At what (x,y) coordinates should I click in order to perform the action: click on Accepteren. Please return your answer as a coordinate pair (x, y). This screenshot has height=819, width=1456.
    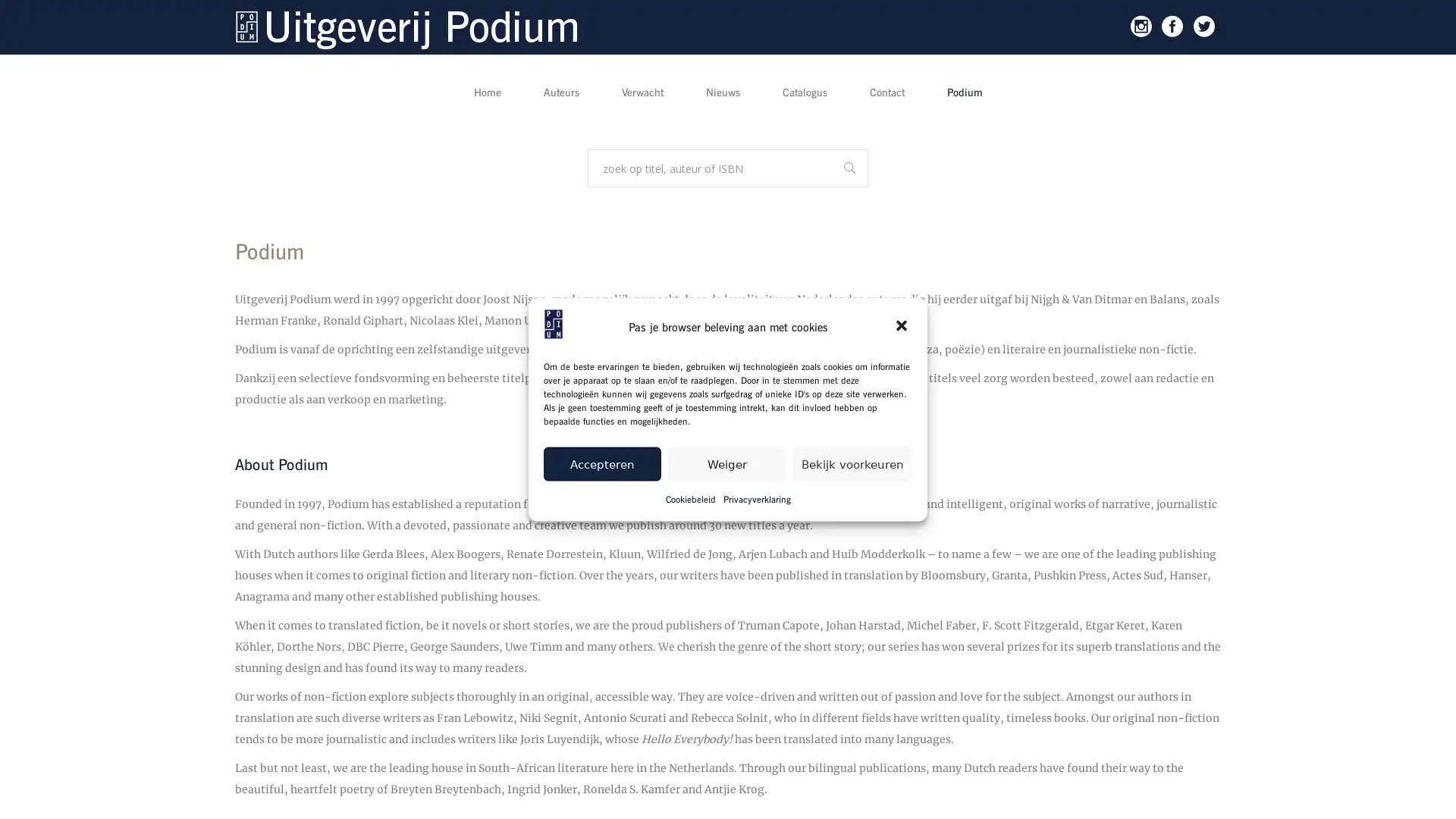
    Looking at the image, I should click on (601, 463).